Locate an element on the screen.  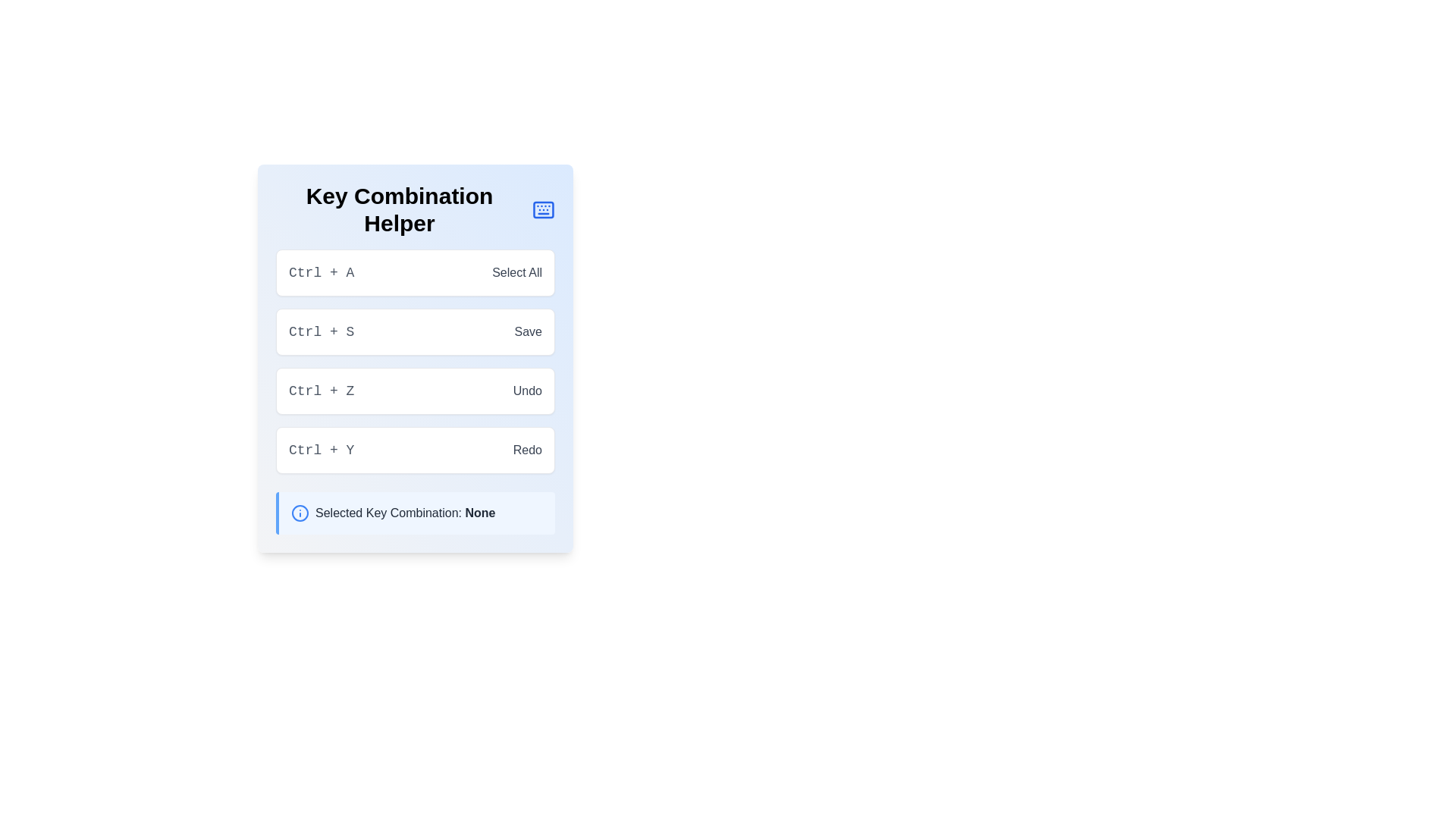
the 'Save' button, which is the second item is located at coordinates (415, 331).